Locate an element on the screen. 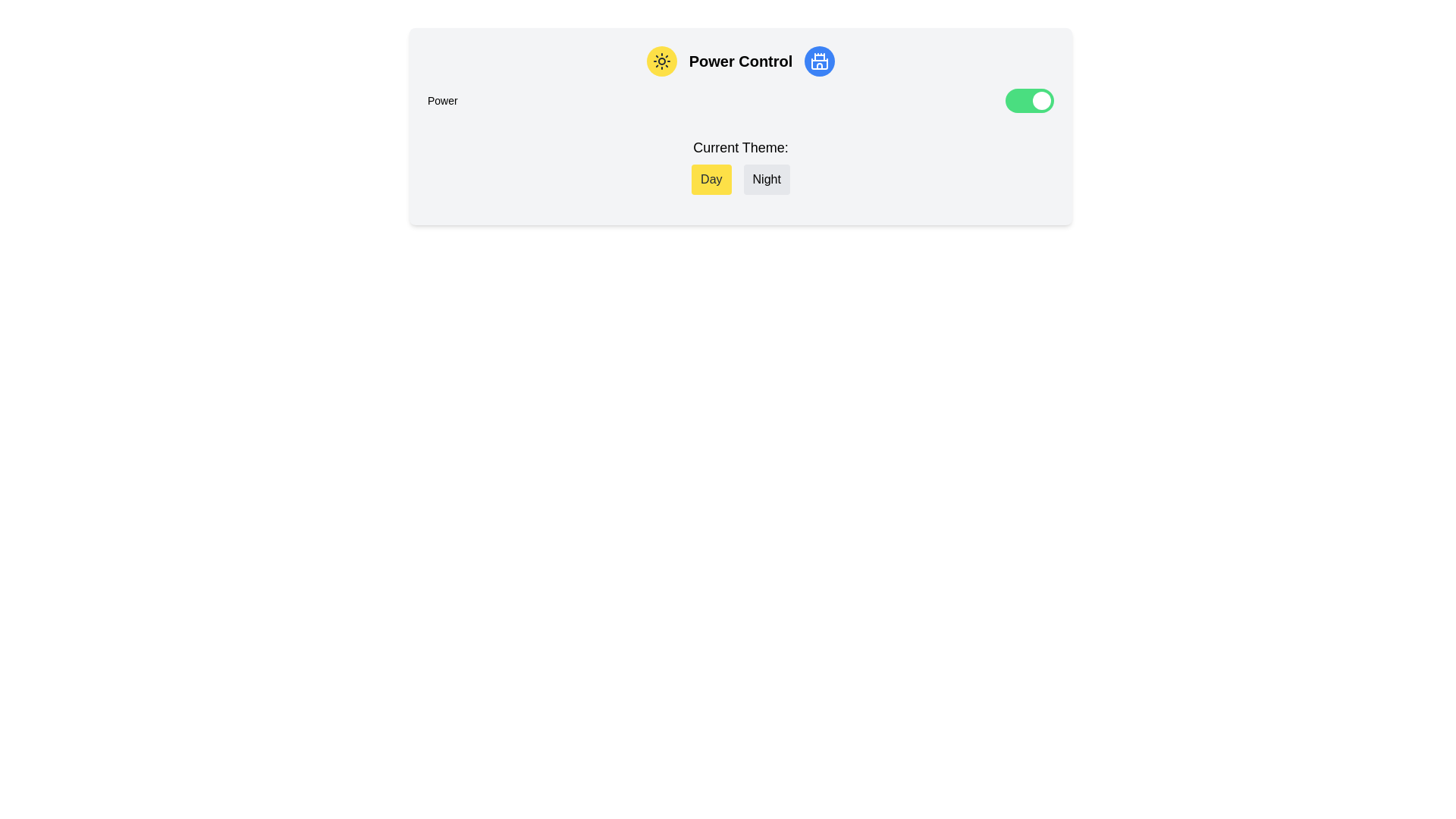 Image resolution: width=1456 pixels, height=819 pixels. the castle icon located at the top right of the 'Power Control' section, which has a circular blue background is located at coordinates (819, 61).